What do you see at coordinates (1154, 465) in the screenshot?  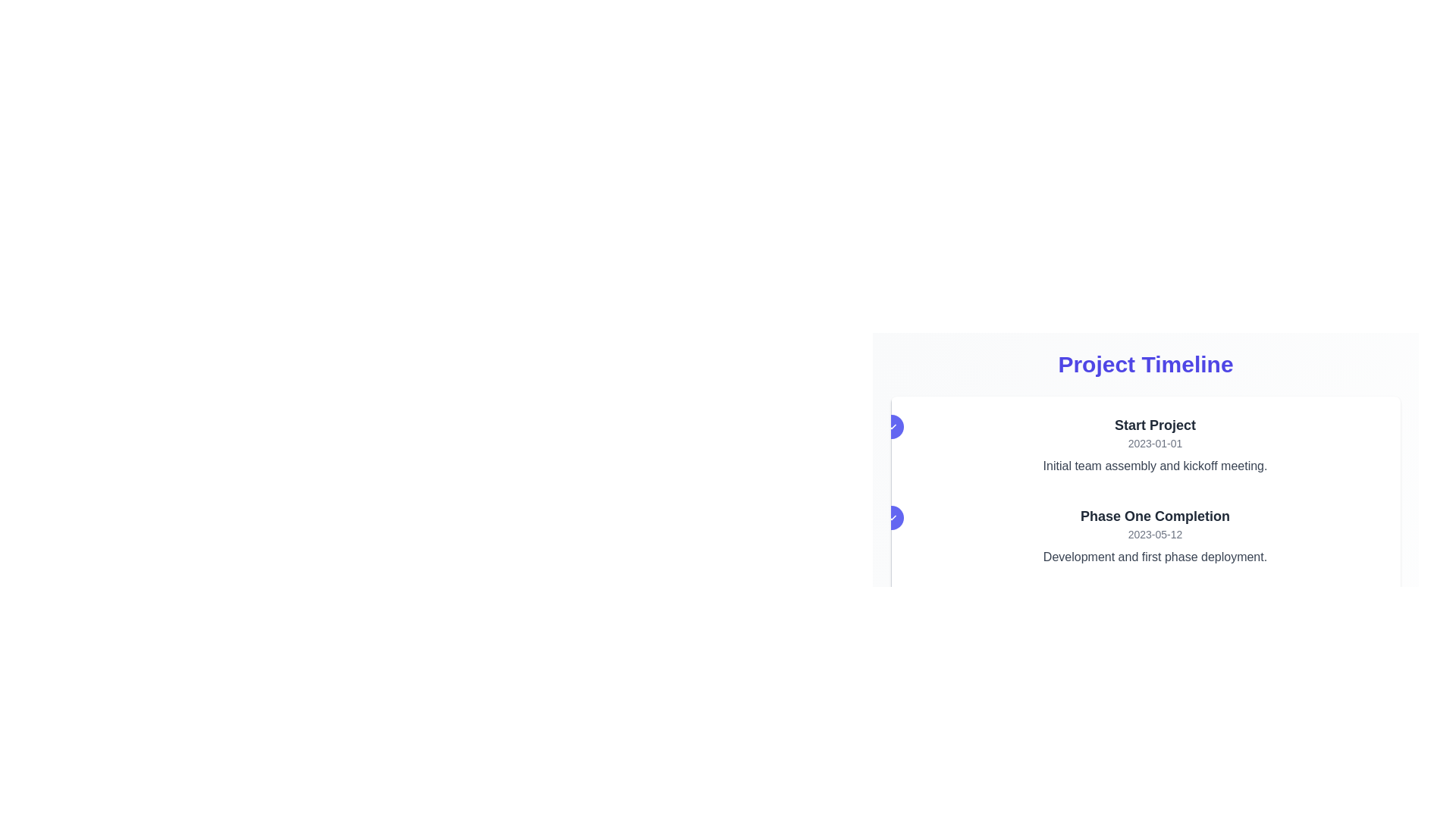 I see `the text label stating 'Initial team assembly and kickoff meeting', which is positioned below the 'Start Project' header in the Project Timeline section` at bounding box center [1154, 465].